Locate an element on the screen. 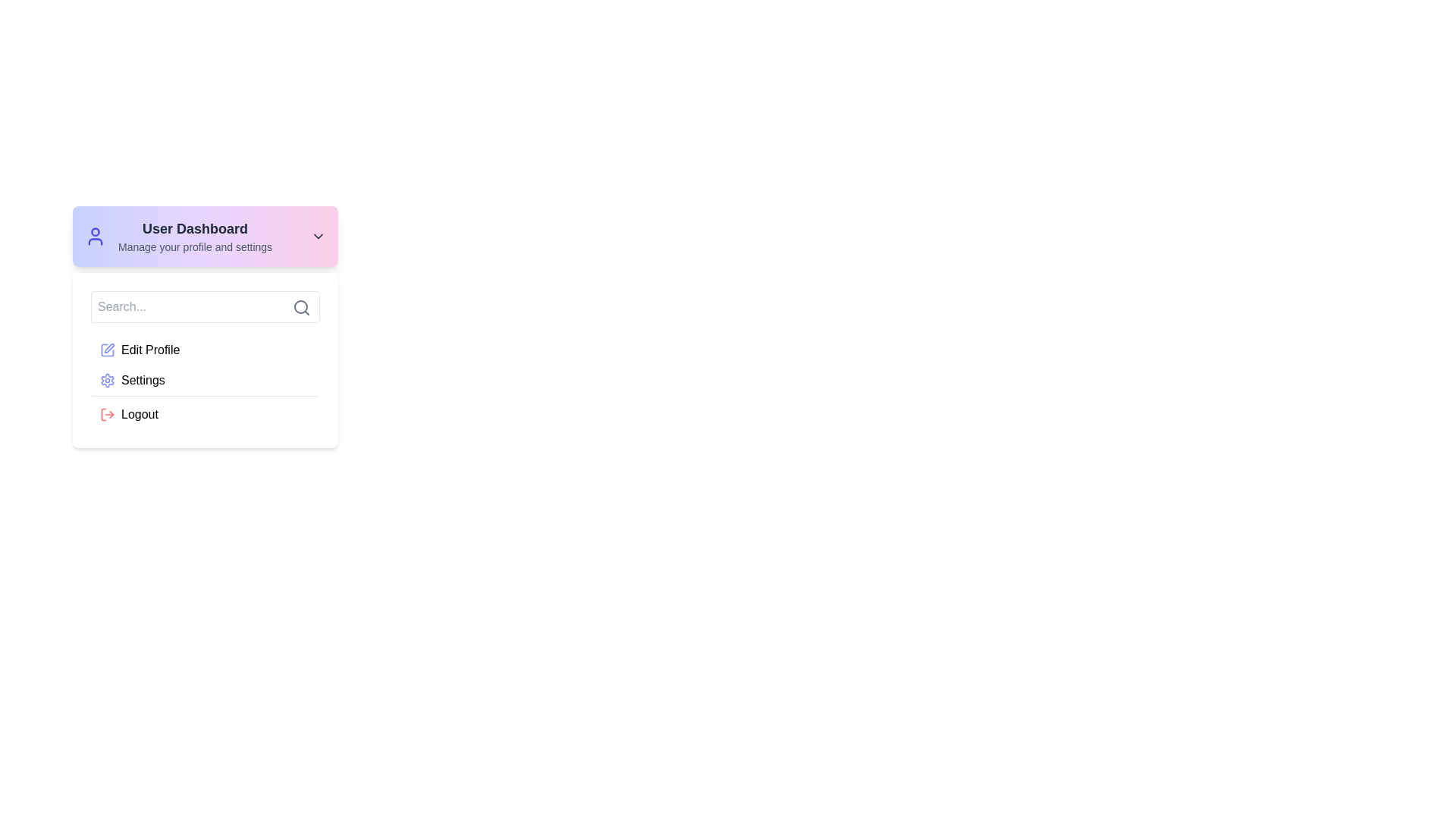 This screenshot has width=1456, height=819. the profile editing button located in the dropdown menu under the 'User Dashboard' section, which is the first clickable item below the search bar is located at coordinates (204, 350).